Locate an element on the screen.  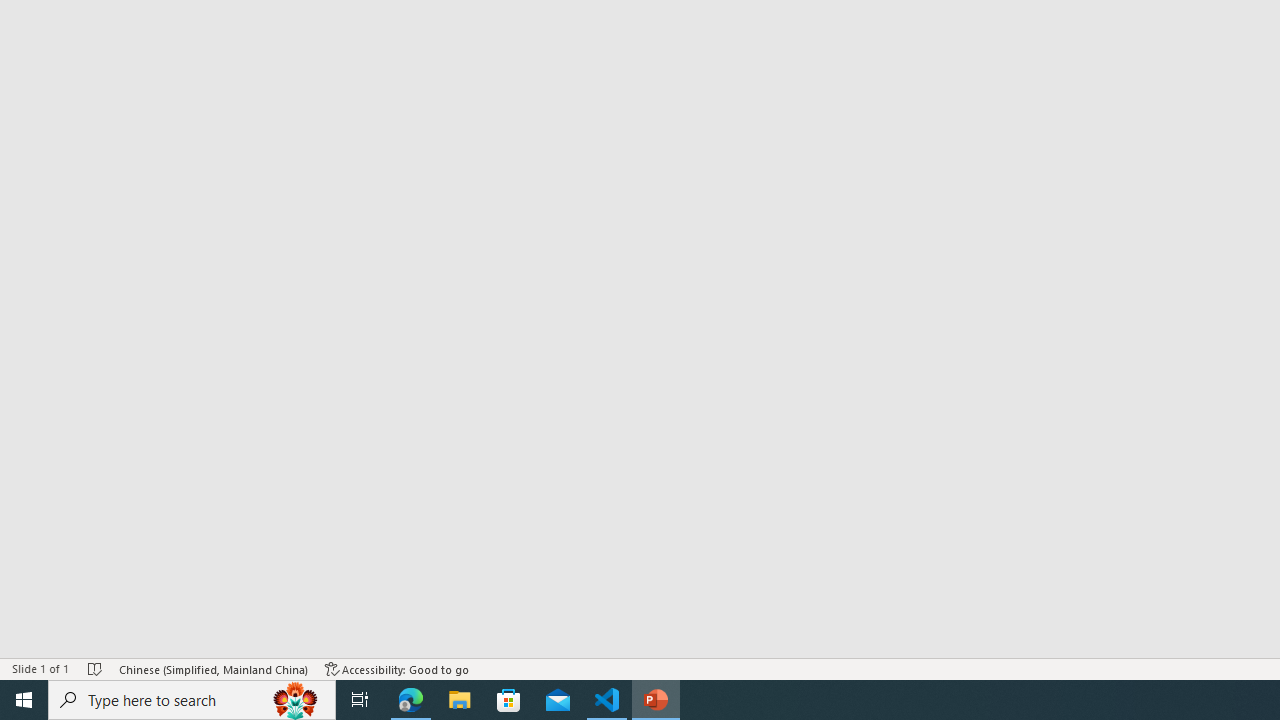
'Spell Check No Errors' is located at coordinates (95, 669).